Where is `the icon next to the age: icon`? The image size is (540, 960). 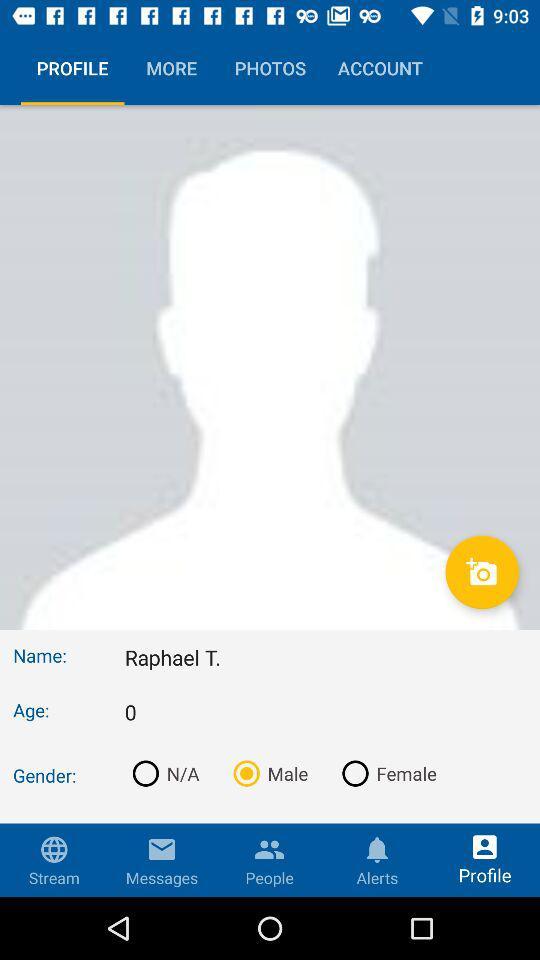 the icon next to the age: icon is located at coordinates (325, 712).